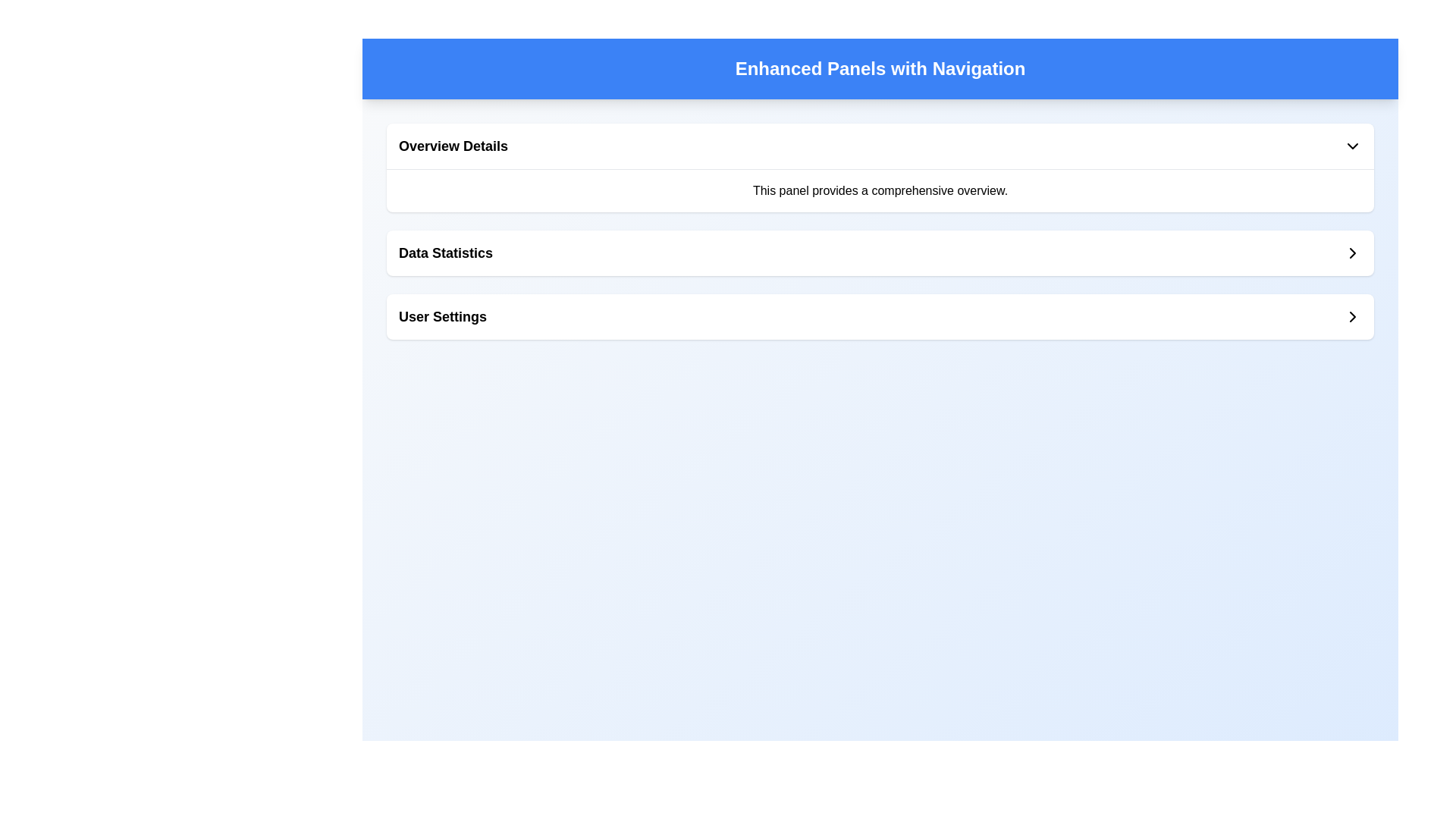 The width and height of the screenshot is (1456, 819). I want to click on the chevron button located at the extreme right of the 'Data Statistics' horizontal bar, so click(1353, 253).